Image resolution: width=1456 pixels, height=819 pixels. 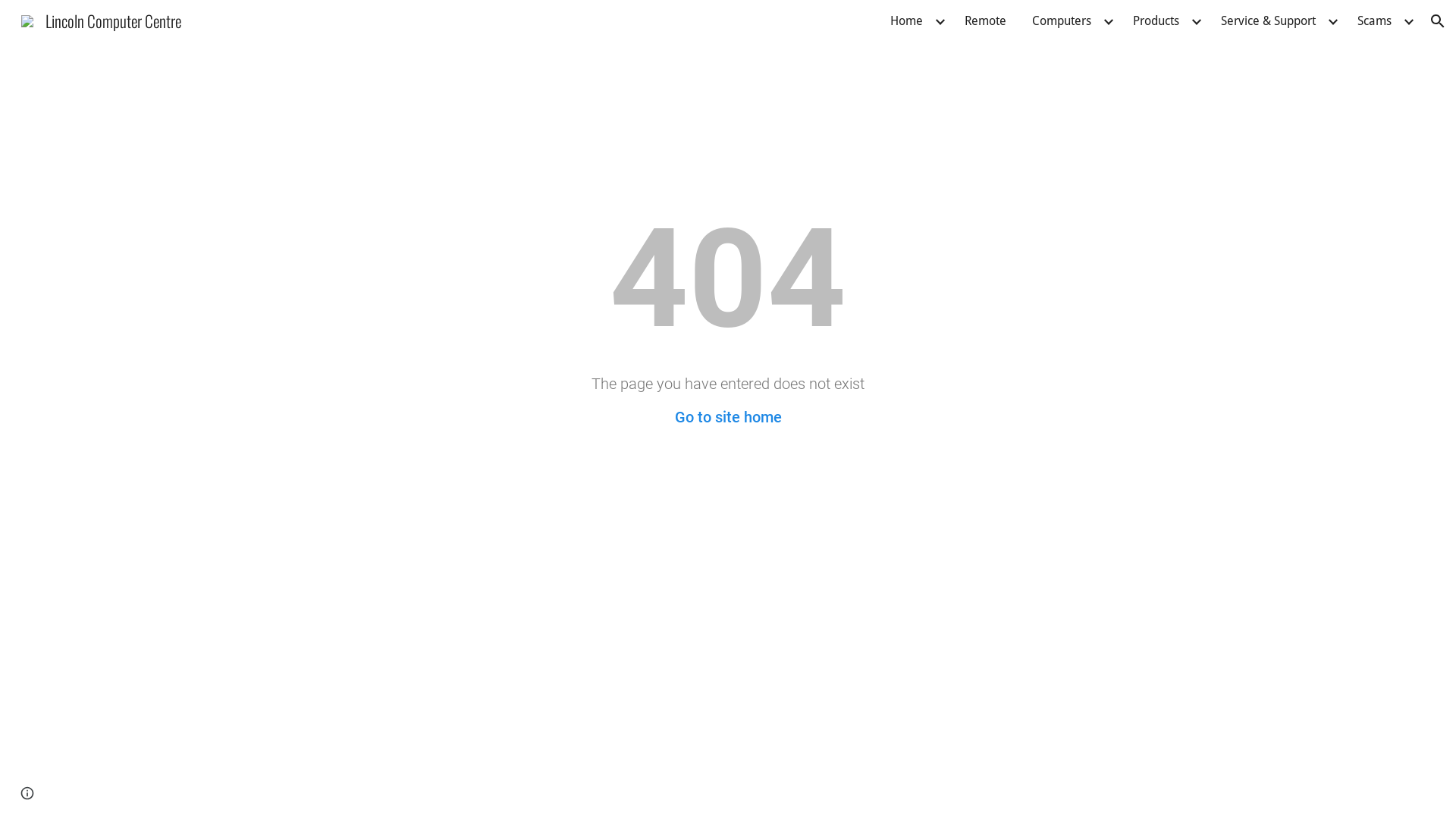 What do you see at coordinates (1107, 20) in the screenshot?
I see `'Expand/Collapse'` at bounding box center [1107, 20].